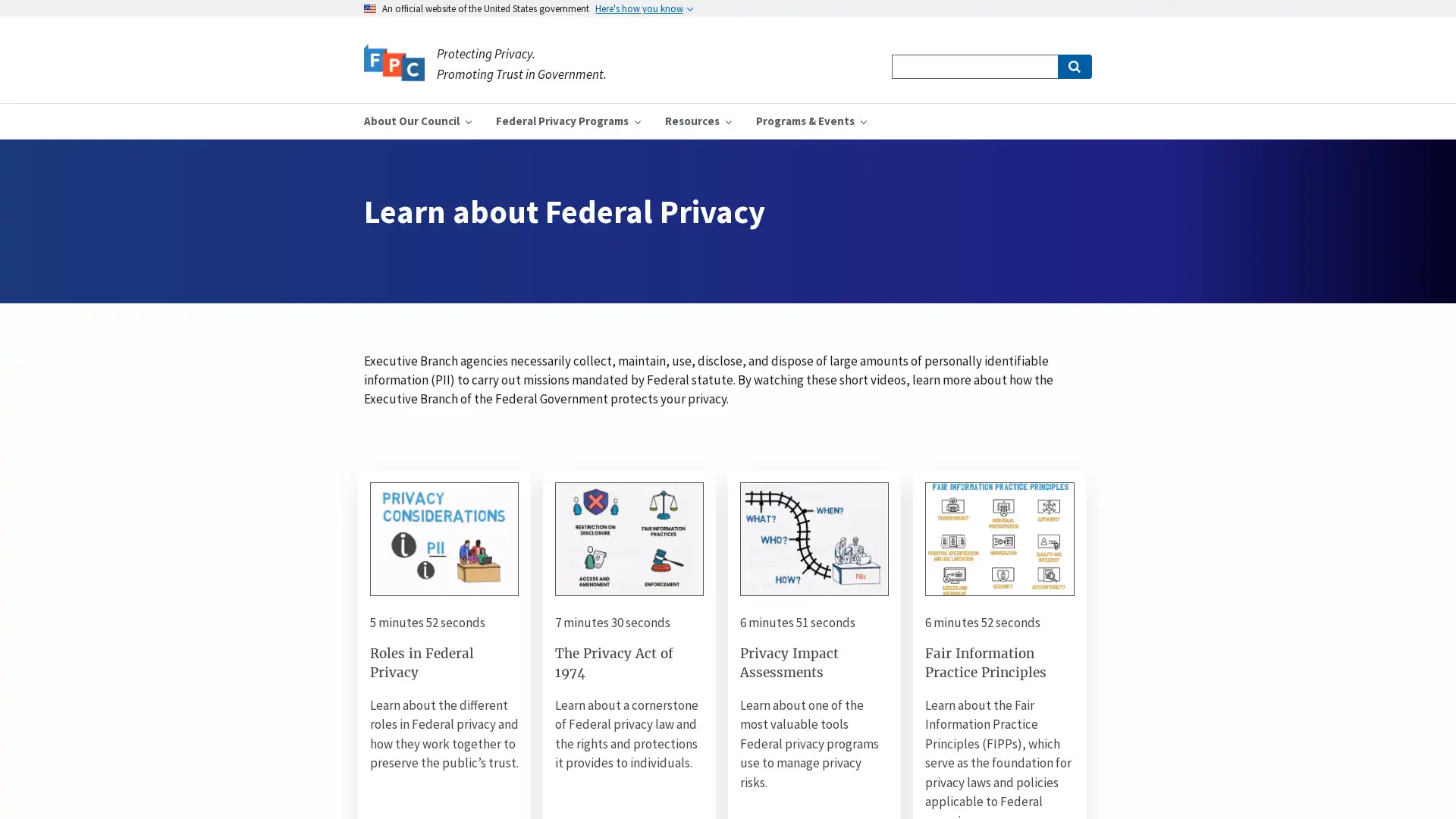  What do you see at coordinates (567, 120) in the screenshot?
I see `Federal Privacy Programs` at bounding box center [567, 120].